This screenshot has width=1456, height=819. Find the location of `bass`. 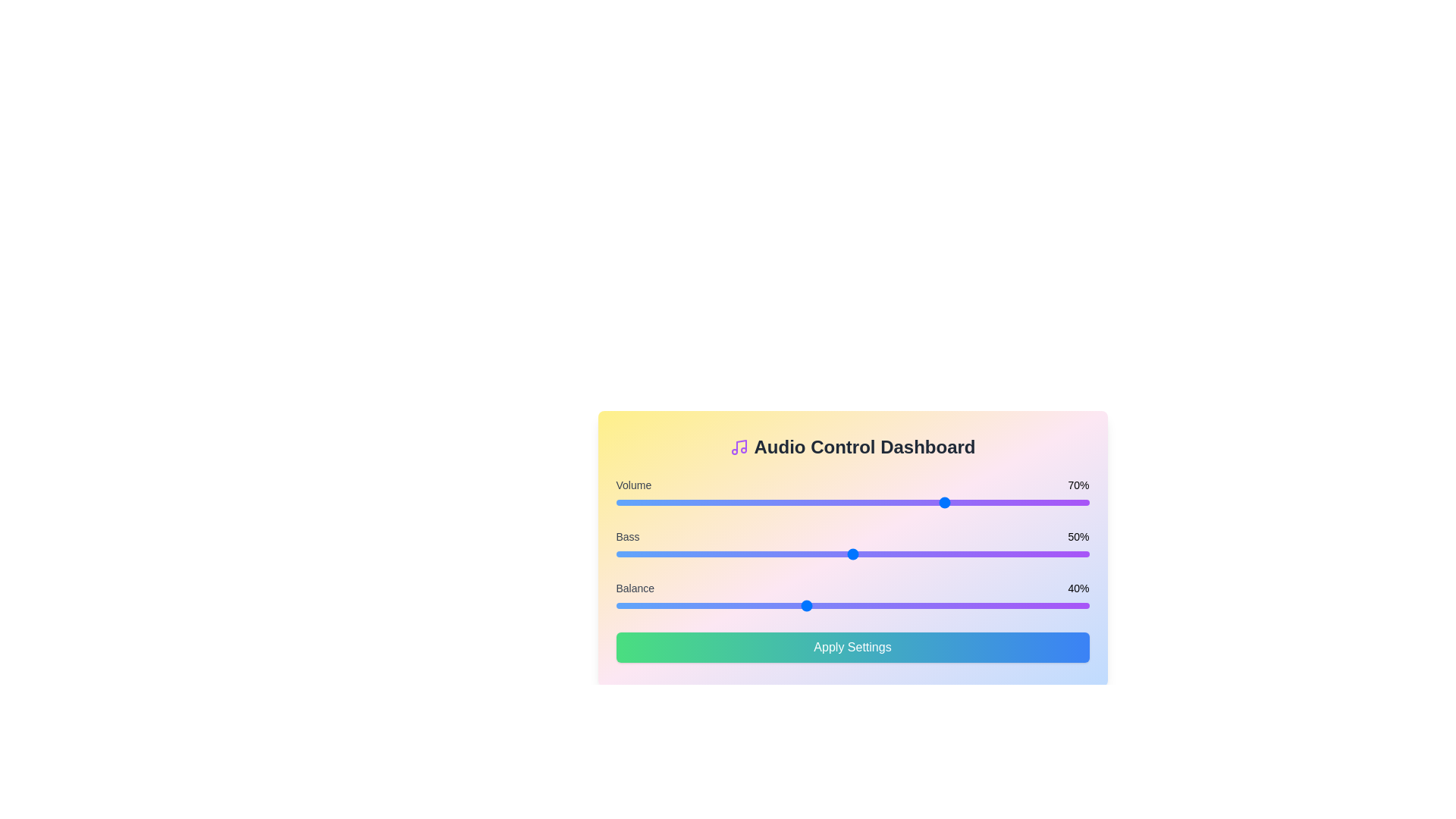

bass is located at coordinates (1013, 554).